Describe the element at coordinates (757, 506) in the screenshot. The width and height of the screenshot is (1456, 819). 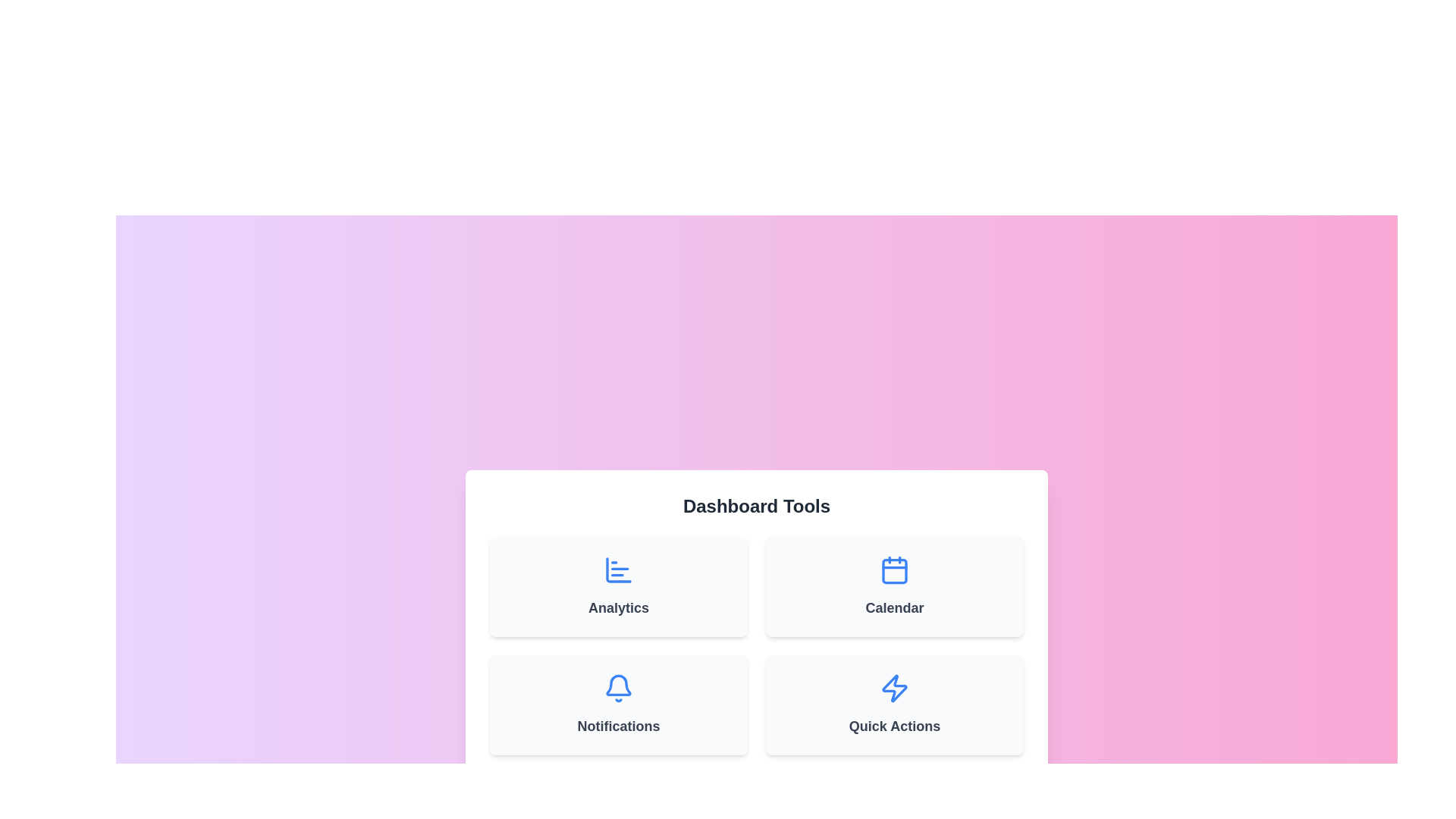
I see `text from the text header displaying 'Dashboard Tools', which is a bold, large font and serves as the main heading of the section` at that location.